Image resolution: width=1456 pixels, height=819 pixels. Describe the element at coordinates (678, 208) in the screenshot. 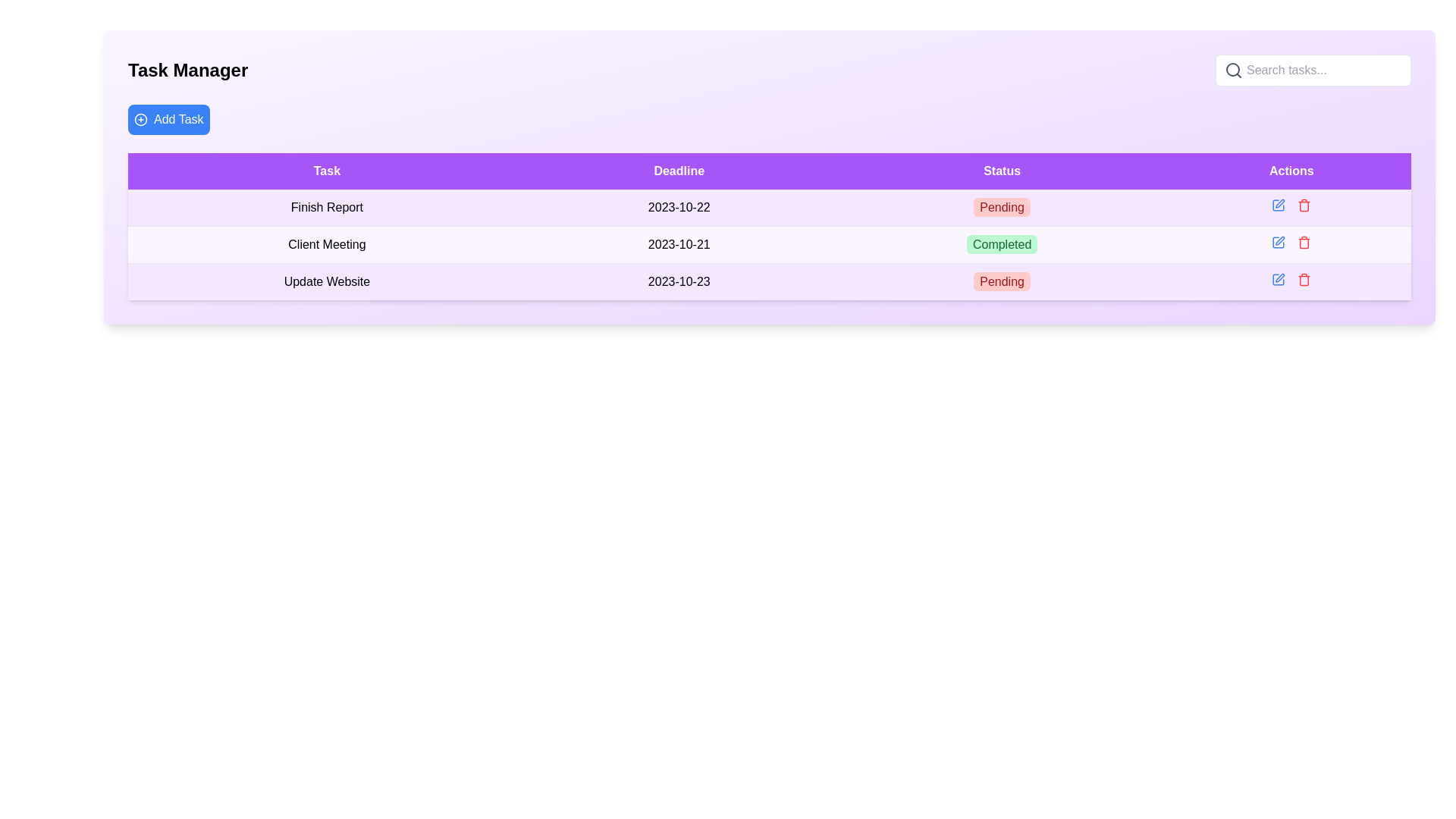

I see `displayed date '2023-10-22' from the Text label located in the second row of the table under the 'Deadline' column, which is centered between the task name 'Finish Report' and the status 'Pending'` at that location.